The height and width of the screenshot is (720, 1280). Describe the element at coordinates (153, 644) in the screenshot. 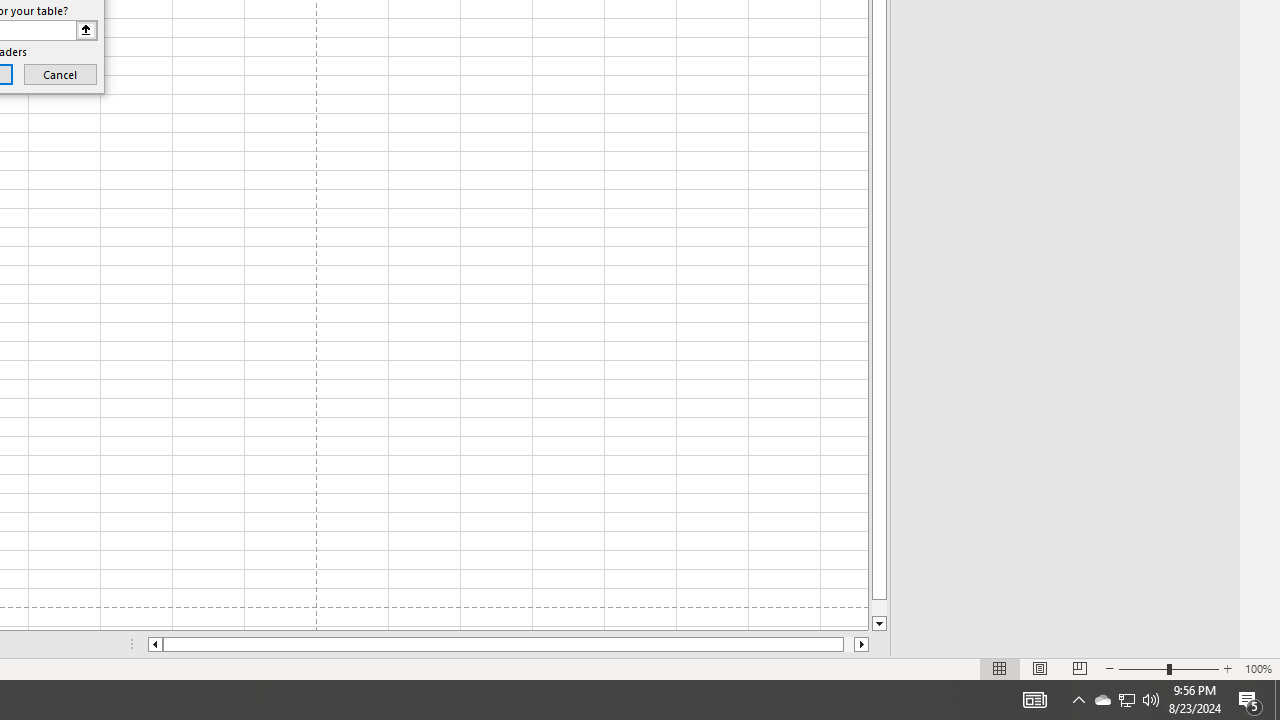

I see `'Column left'` at that location.